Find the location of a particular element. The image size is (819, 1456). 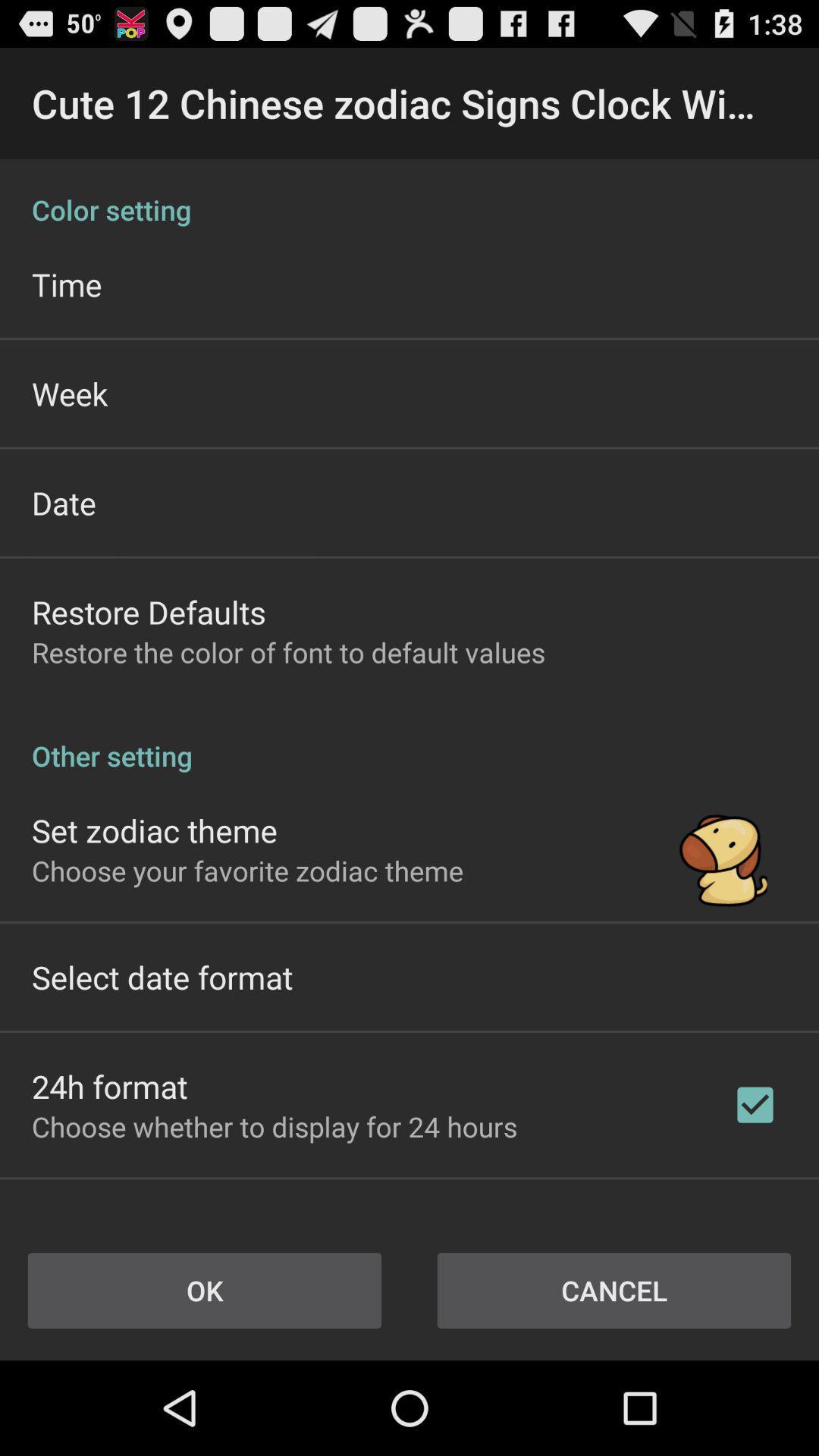

cancel button is located at coordinates (614, 1290).